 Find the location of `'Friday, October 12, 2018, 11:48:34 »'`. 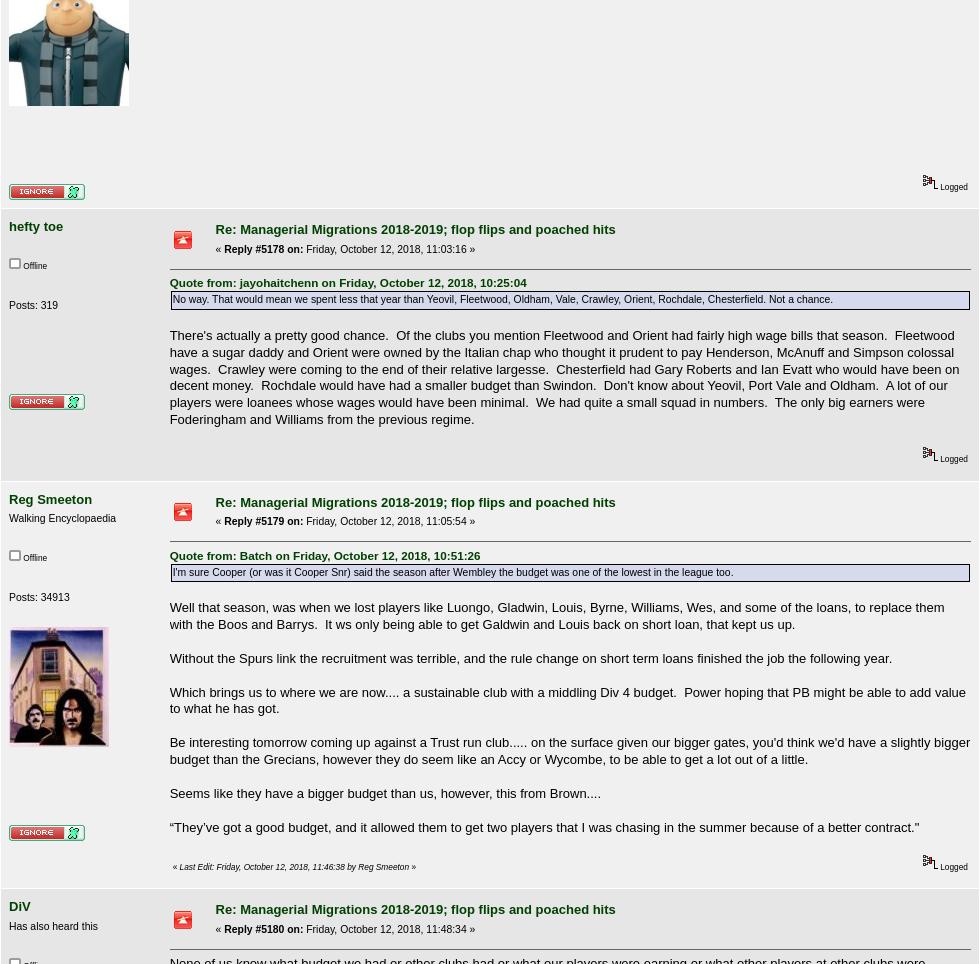

'Friday, October 12, 2018, 11:48:34 »' is located at coordinates (388, 928).